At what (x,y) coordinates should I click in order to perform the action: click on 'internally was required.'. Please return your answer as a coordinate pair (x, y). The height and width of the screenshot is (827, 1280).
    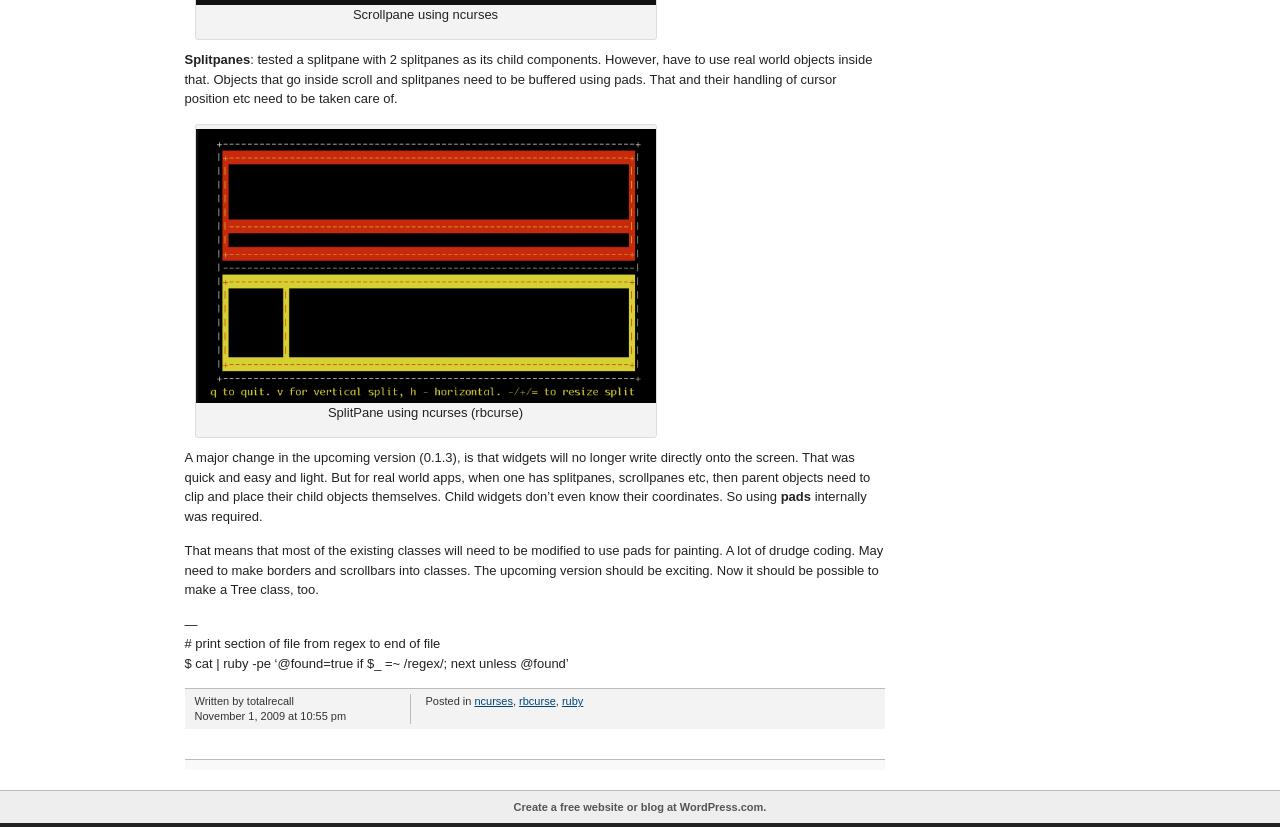
    Looking at the image, I should click on (525, 505).